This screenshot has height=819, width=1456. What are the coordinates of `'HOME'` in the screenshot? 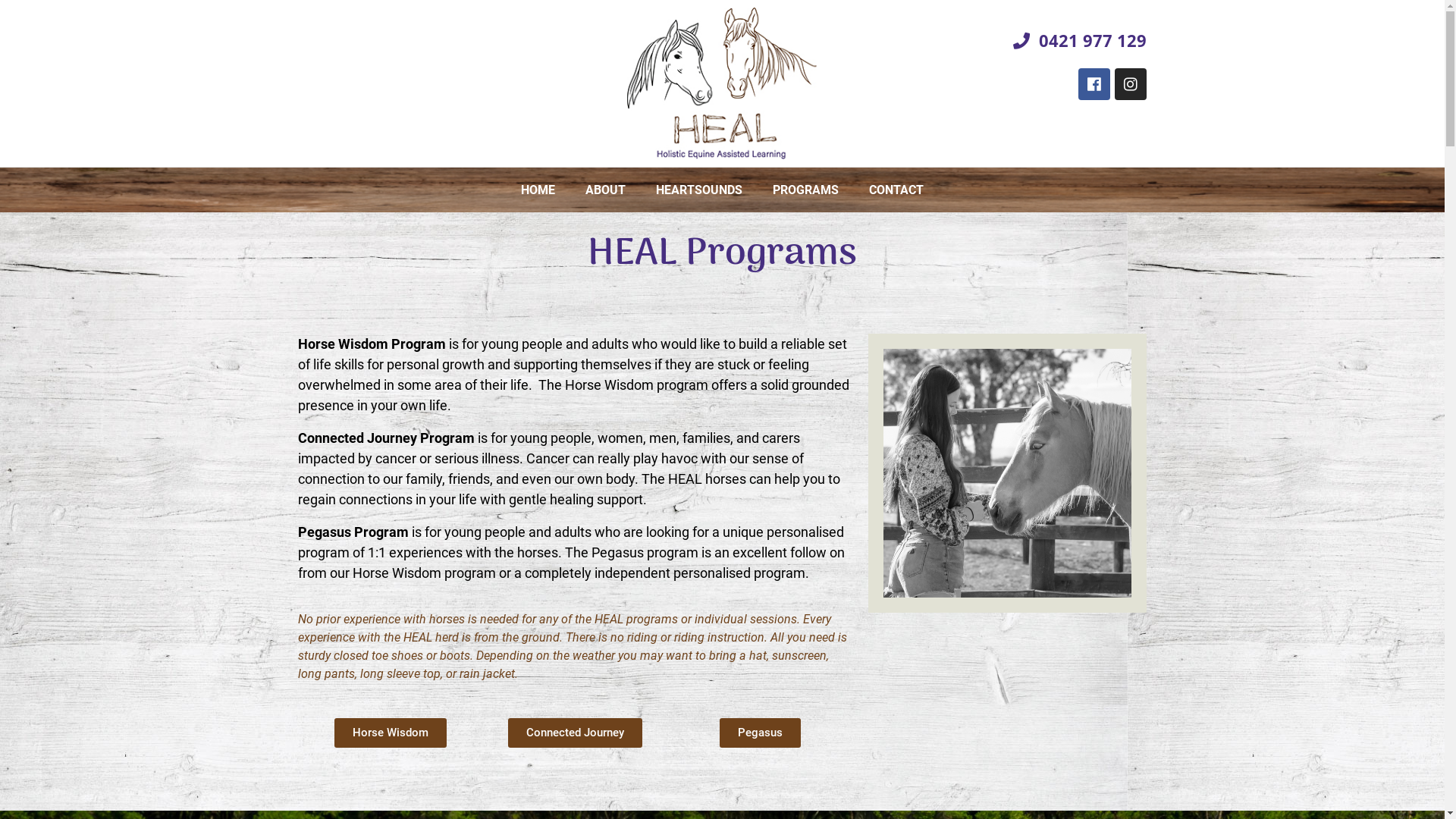 It's located at (506, 189).